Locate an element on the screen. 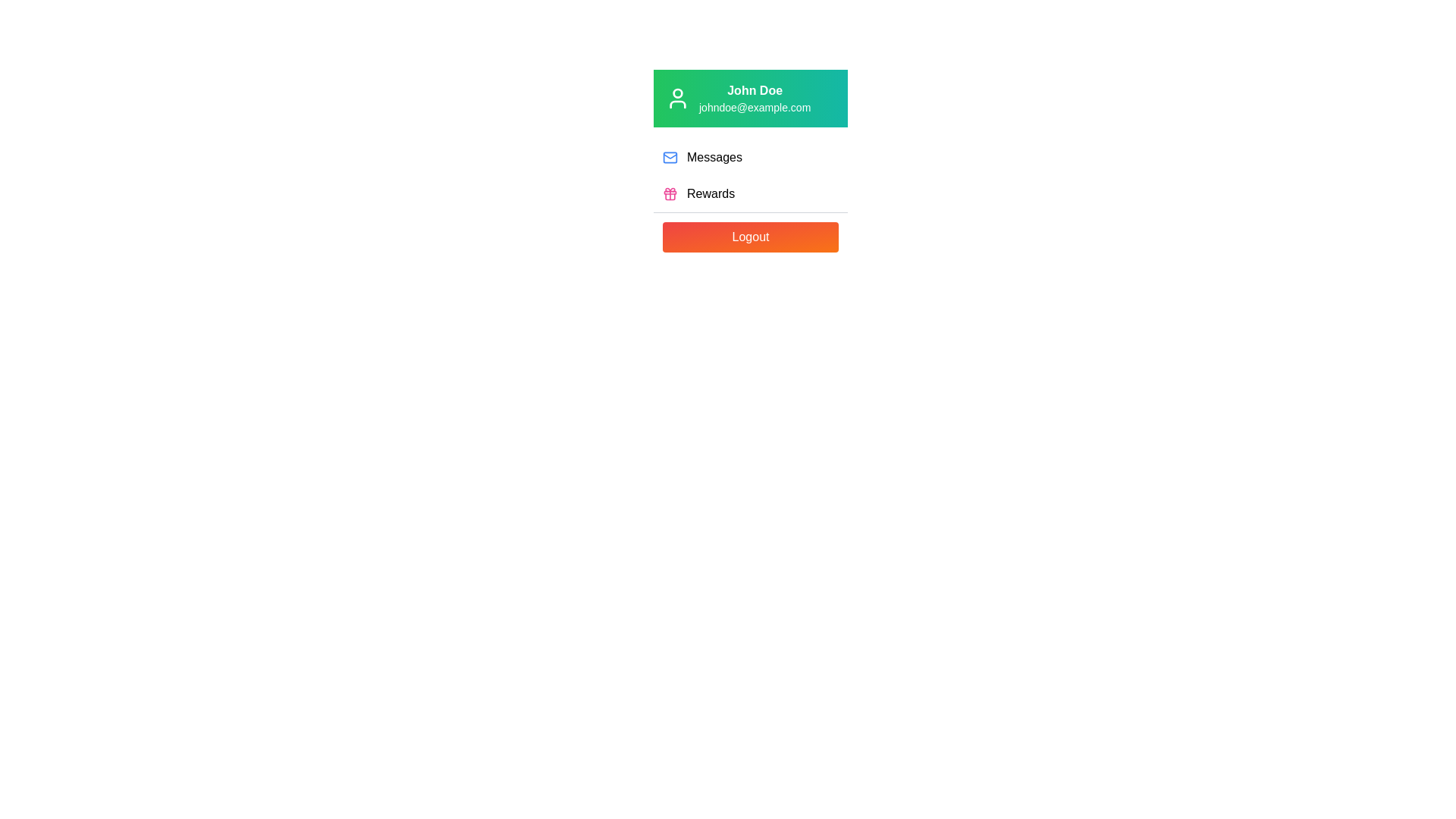  text label displaying 'John Doe' which is styled with a prominent green background and is located in the user profile section above the email address is located at coordinates (755, 90).